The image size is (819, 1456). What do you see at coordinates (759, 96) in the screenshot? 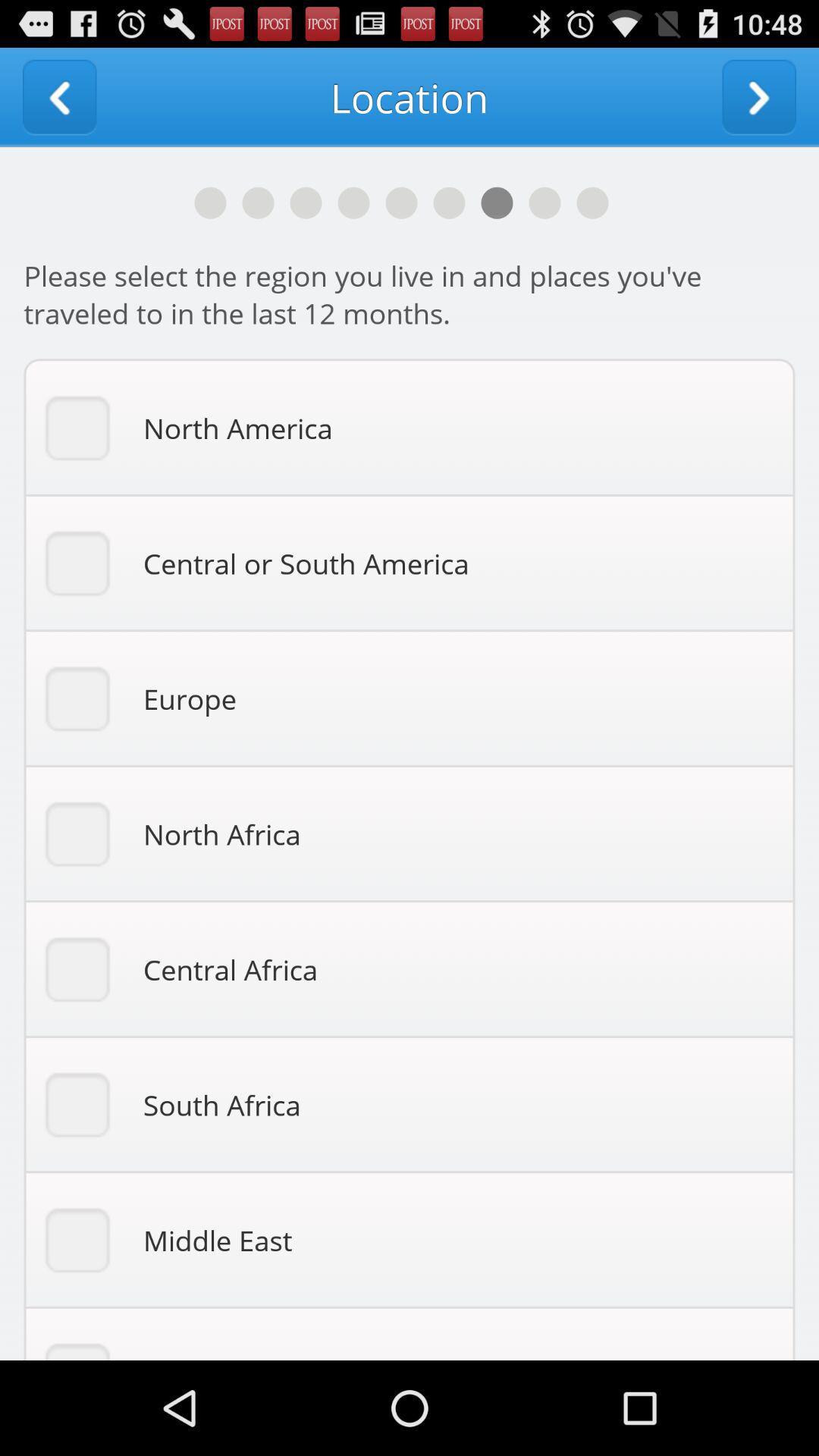
I see `go forward` at bounding box center [759, 96].